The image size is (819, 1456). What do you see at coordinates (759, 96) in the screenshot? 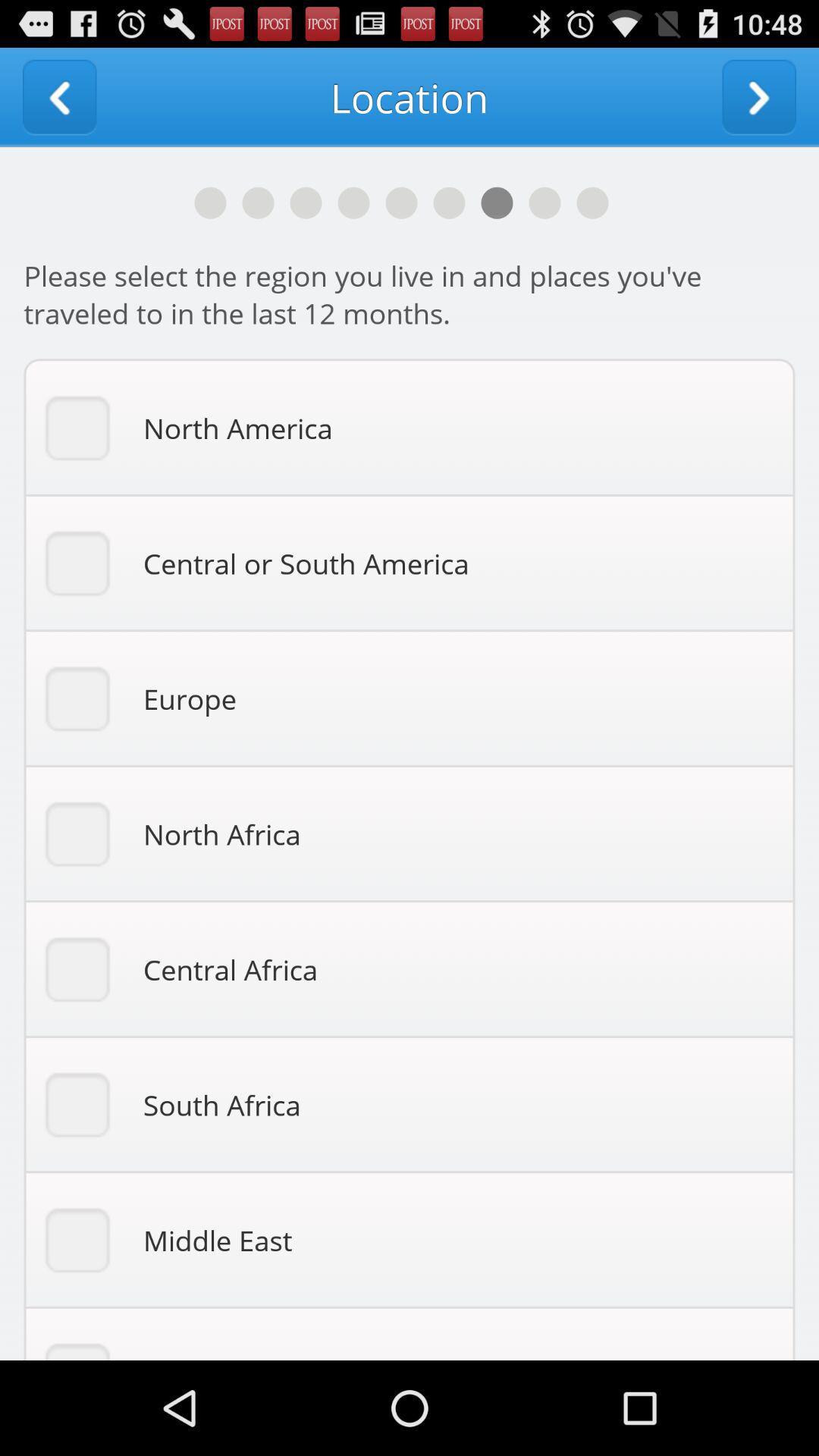
I see `go forward` at bounding box center [759, 96].